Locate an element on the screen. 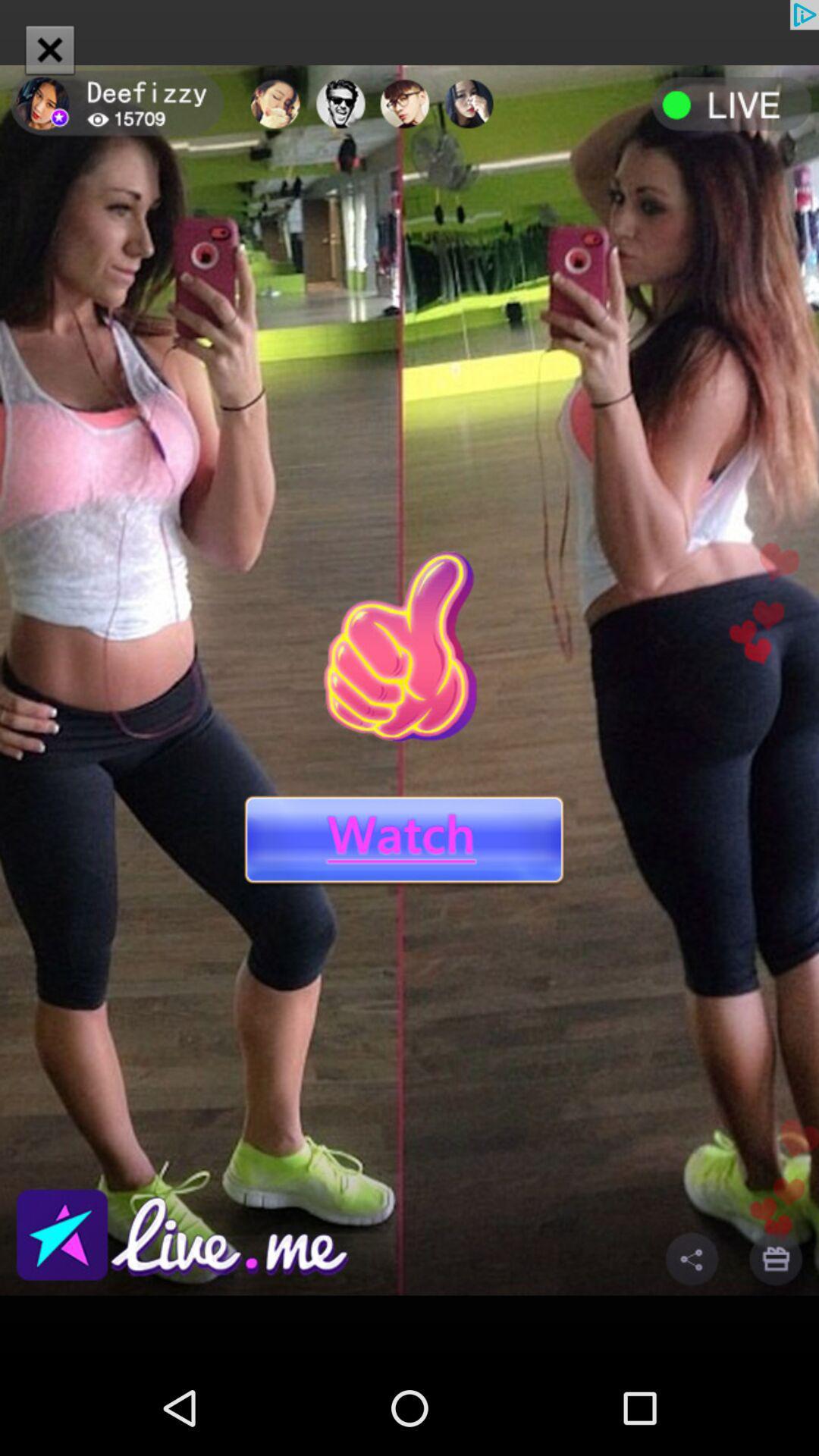  the close icon is located at coordinates (69, 74).